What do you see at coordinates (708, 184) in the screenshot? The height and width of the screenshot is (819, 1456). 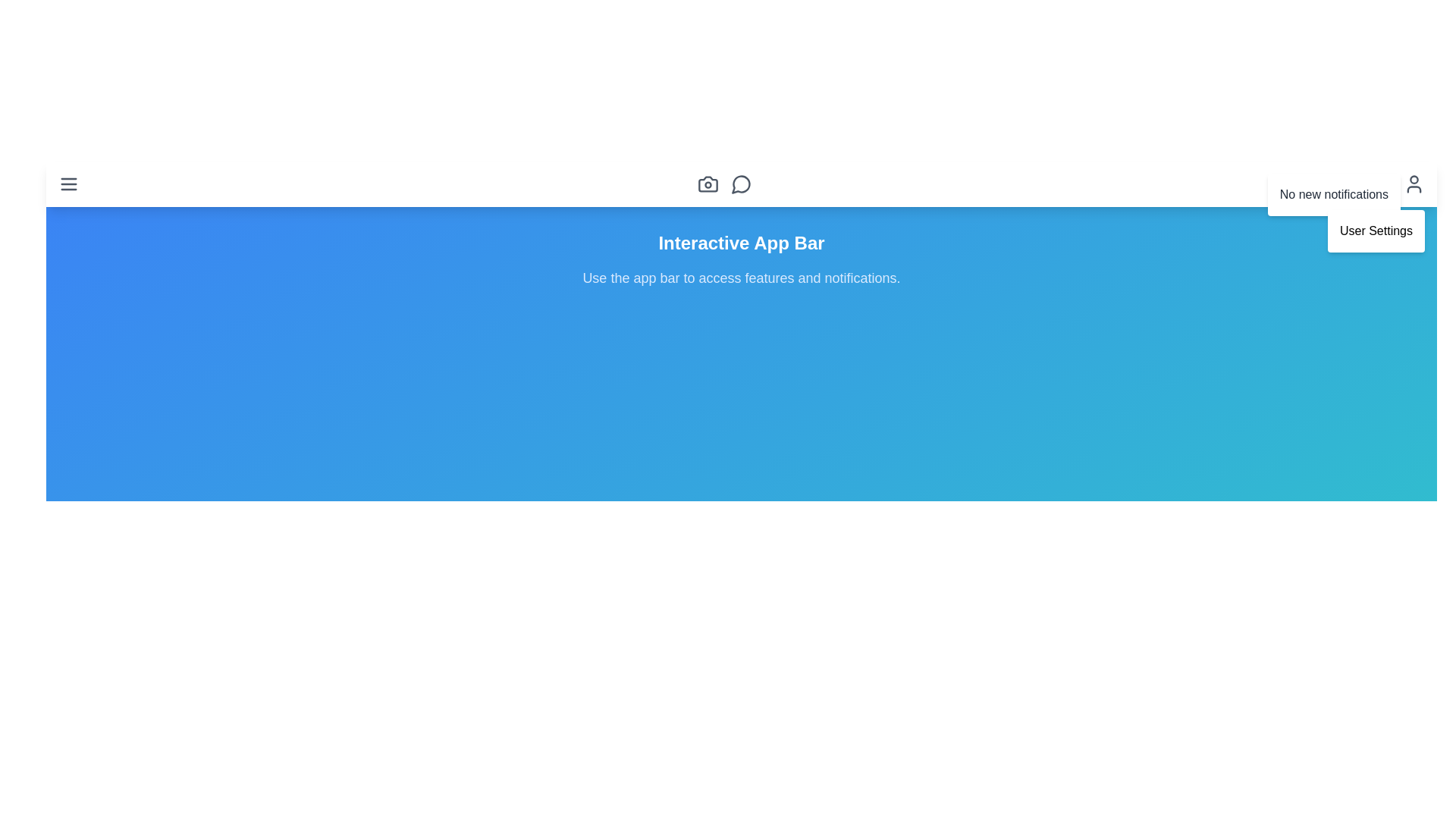 I see `the camera icon in the app bar` at bounding box center [708, 184].